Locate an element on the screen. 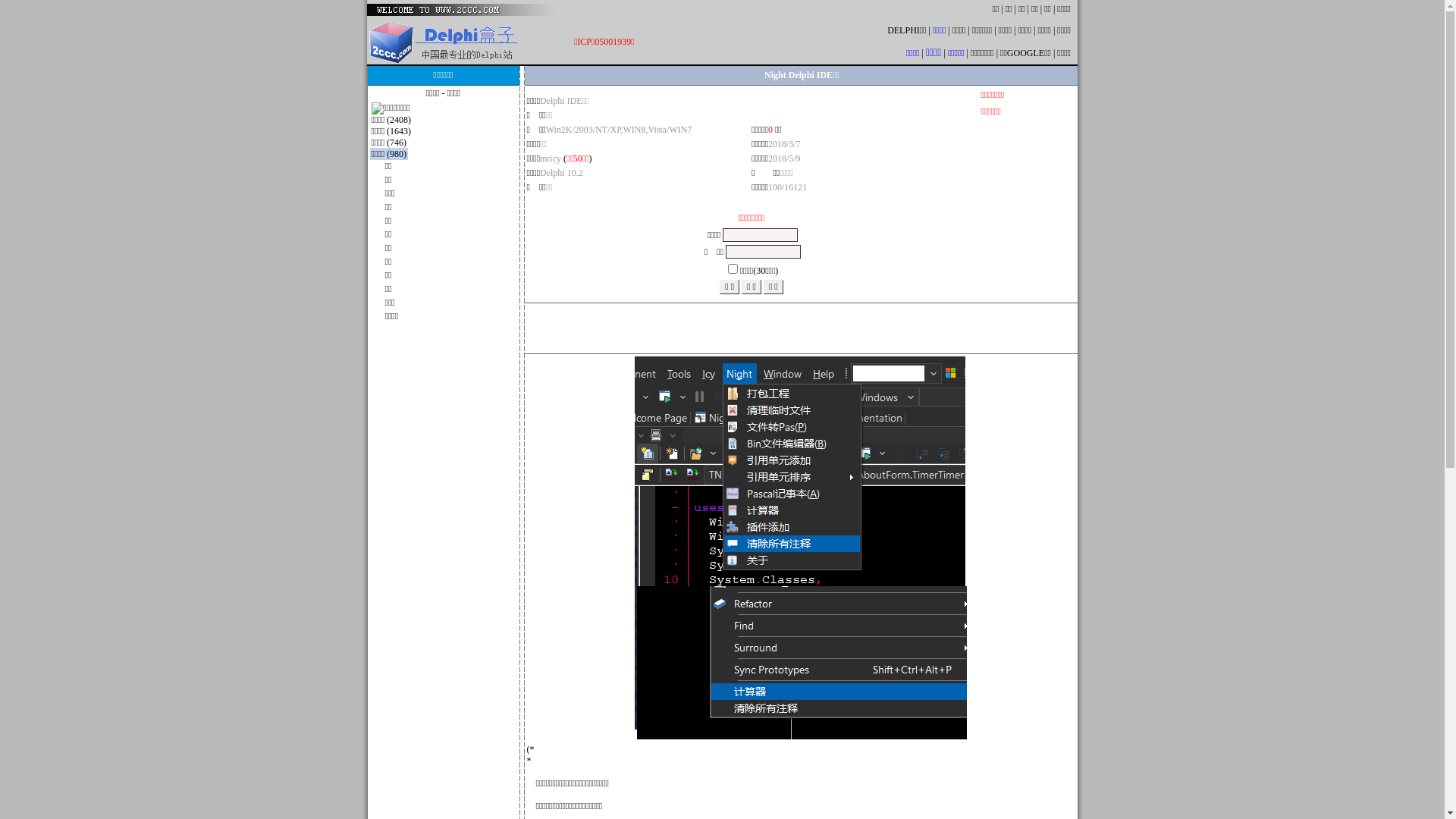 This screenshot has height=819, width=1456. 'mricy' is located at coordinates (549, 158).